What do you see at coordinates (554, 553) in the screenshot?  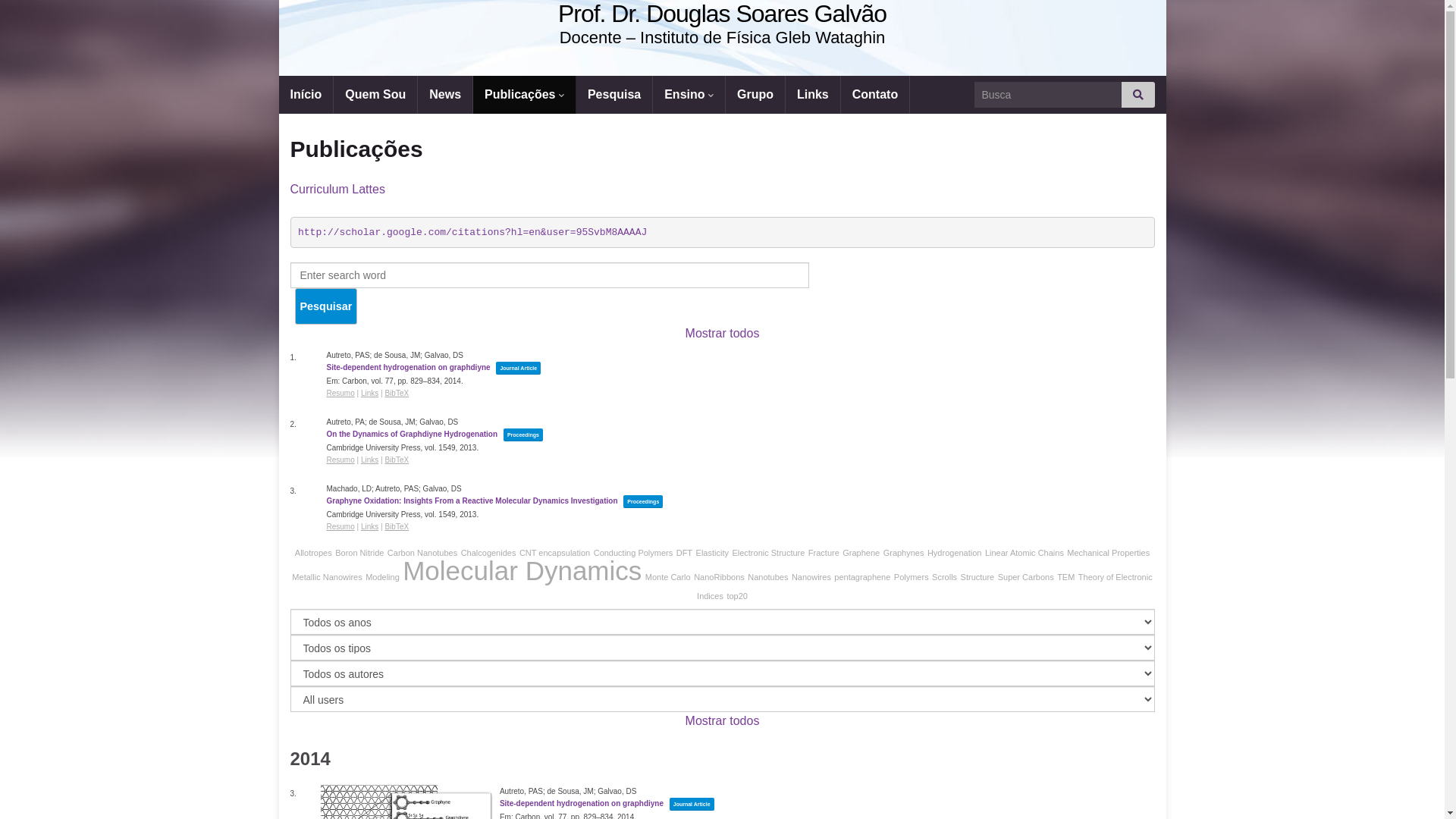 I see `'CNT encapsulation'` at bounding box center [554, 553].